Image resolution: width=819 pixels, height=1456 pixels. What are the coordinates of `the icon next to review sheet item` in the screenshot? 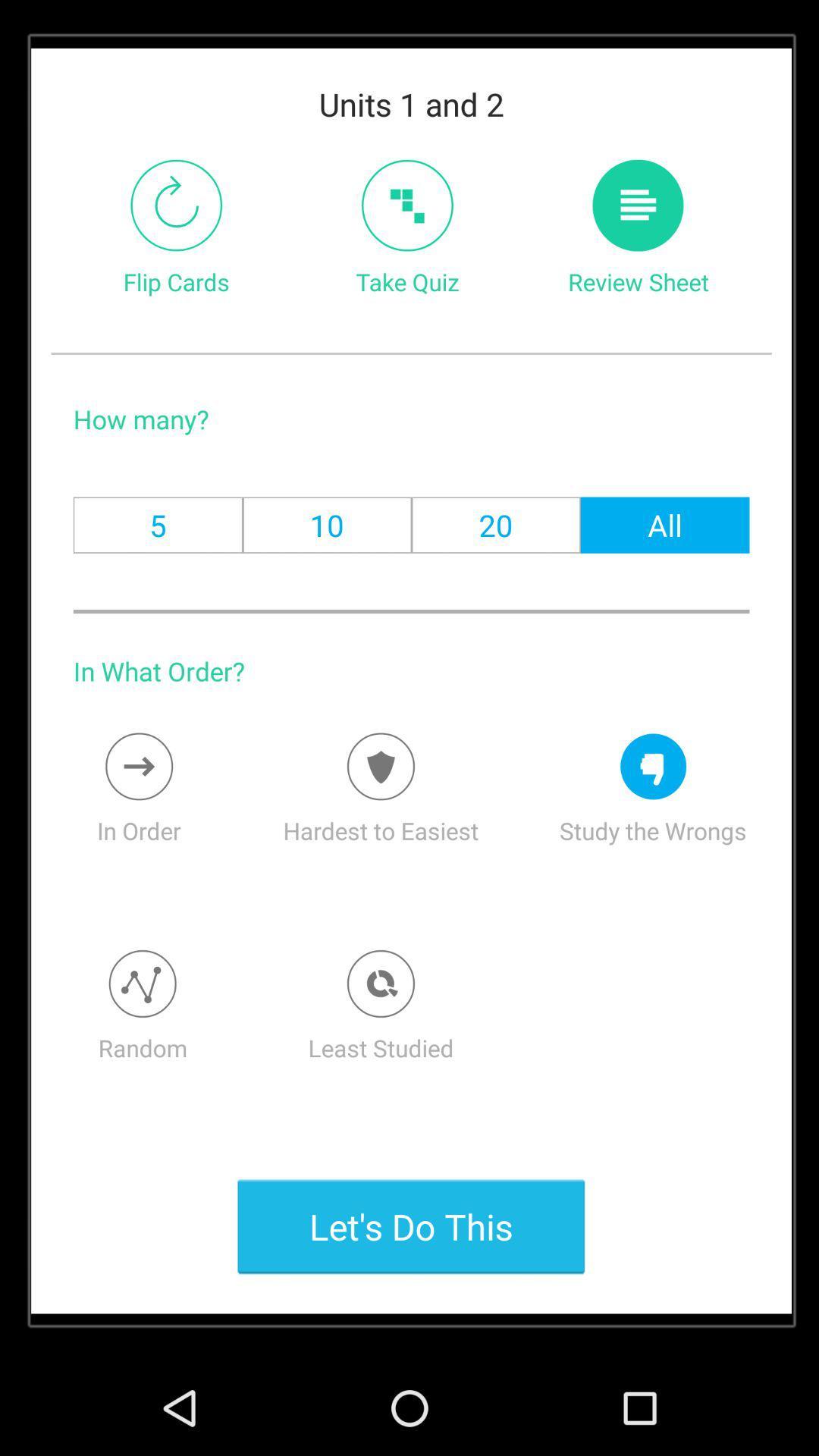 It's located at (406, 205).